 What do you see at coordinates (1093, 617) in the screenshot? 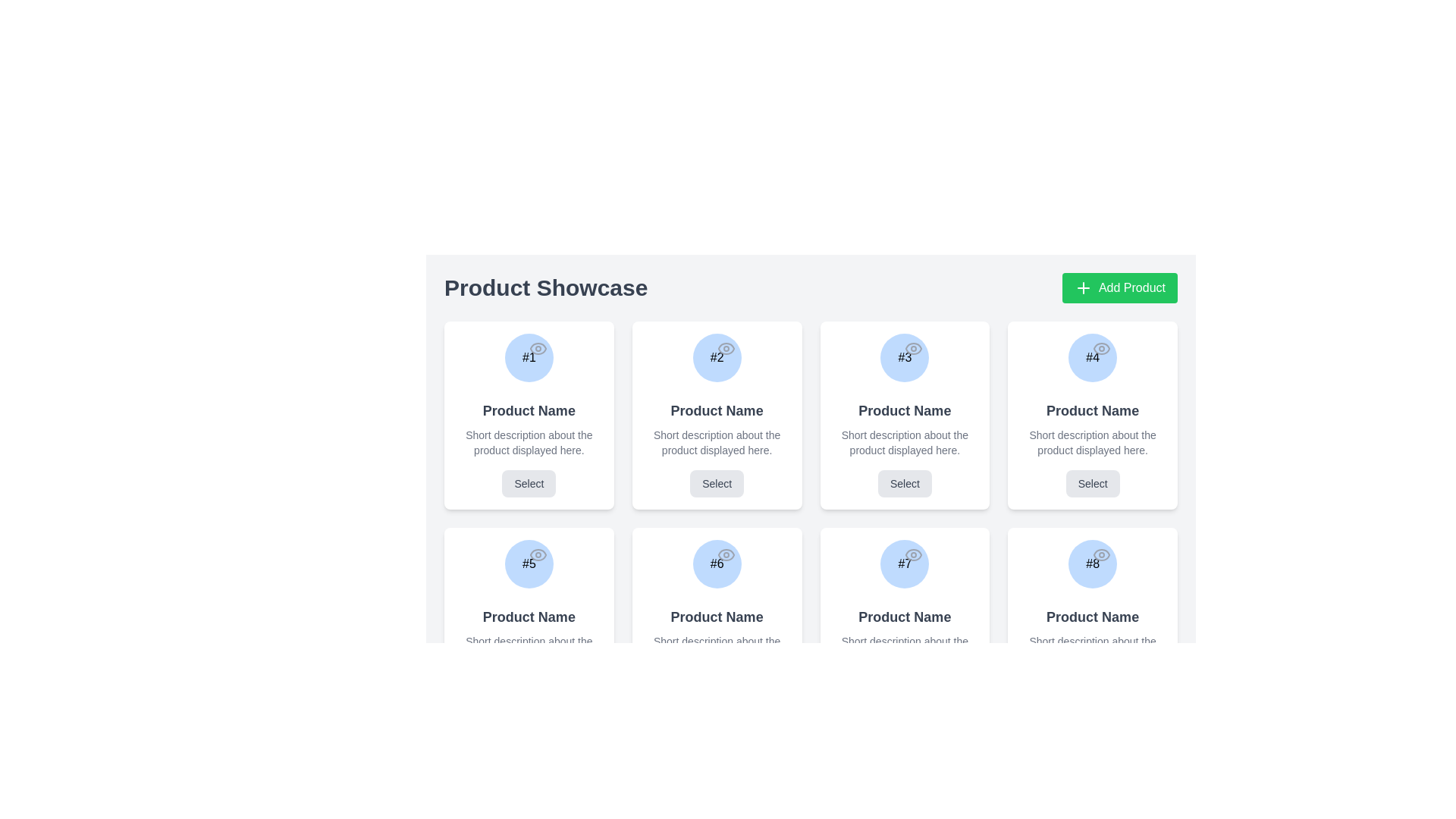
I see `the static text label that displays the product name, located in the last row, second from the left of a grid layout, positioned above the short description and below a circular graphical representation marked with '#8'` at bounding box center [1093, 617].